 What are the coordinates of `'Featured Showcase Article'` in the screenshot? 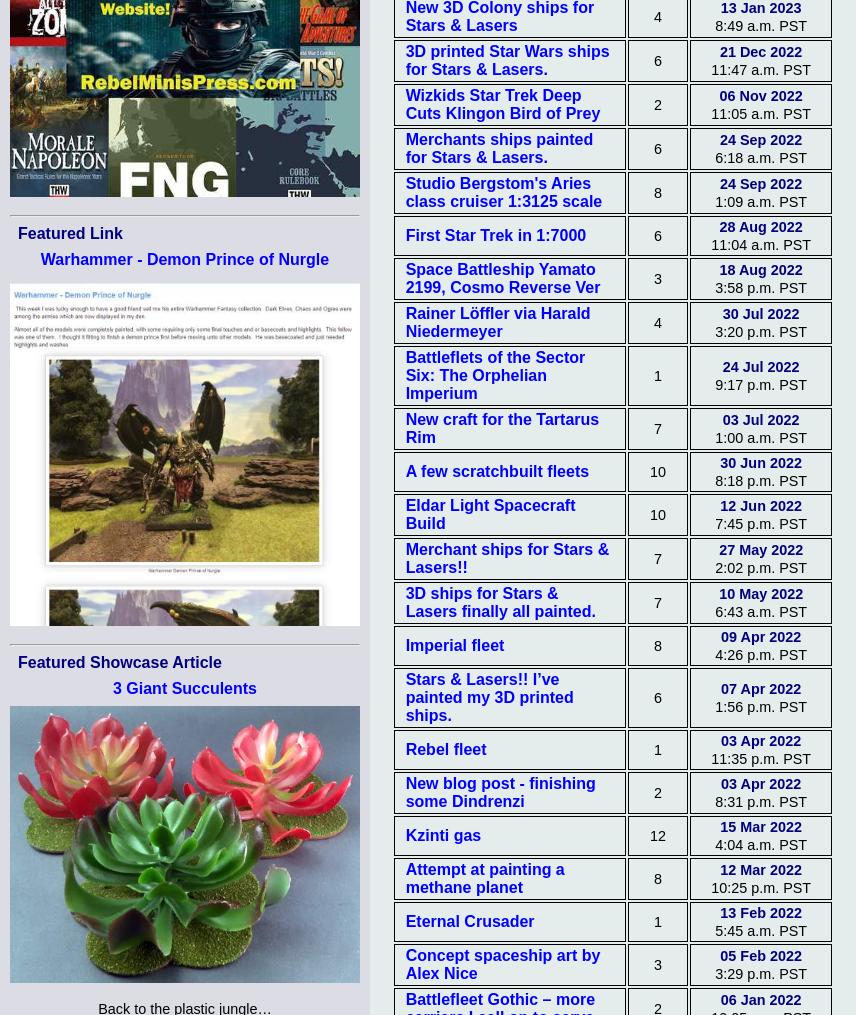 It's located at (118, 661).